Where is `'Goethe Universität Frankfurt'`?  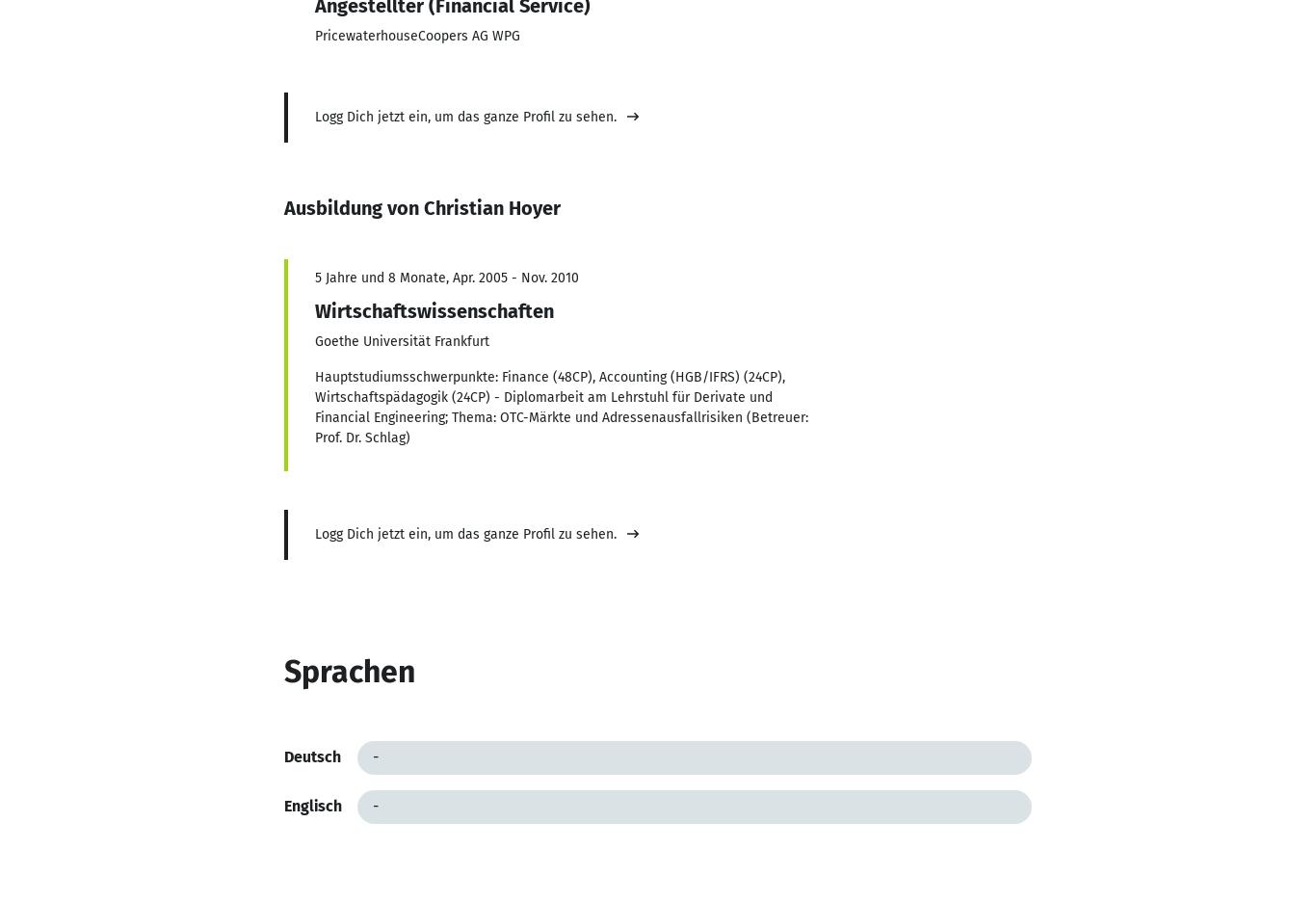 'Goethe Universität Frankfurt' is located at coordinates (314, 340).